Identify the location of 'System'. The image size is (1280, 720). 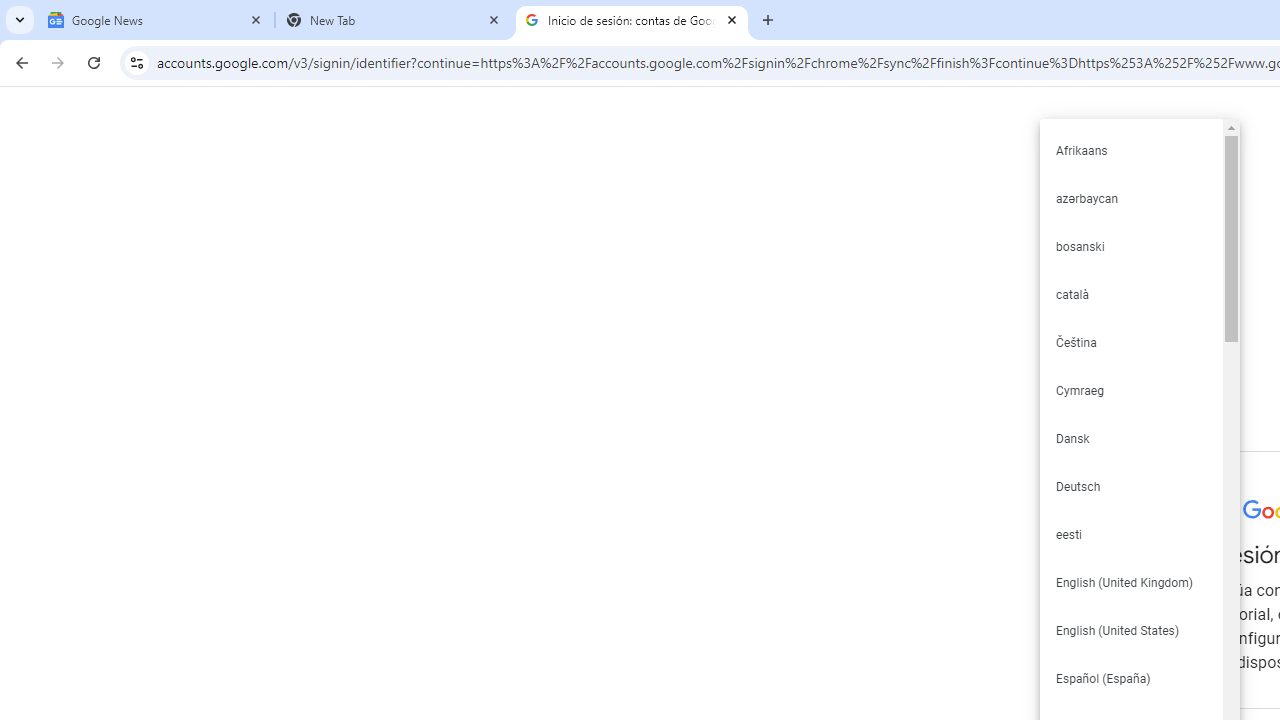
(10, 11).